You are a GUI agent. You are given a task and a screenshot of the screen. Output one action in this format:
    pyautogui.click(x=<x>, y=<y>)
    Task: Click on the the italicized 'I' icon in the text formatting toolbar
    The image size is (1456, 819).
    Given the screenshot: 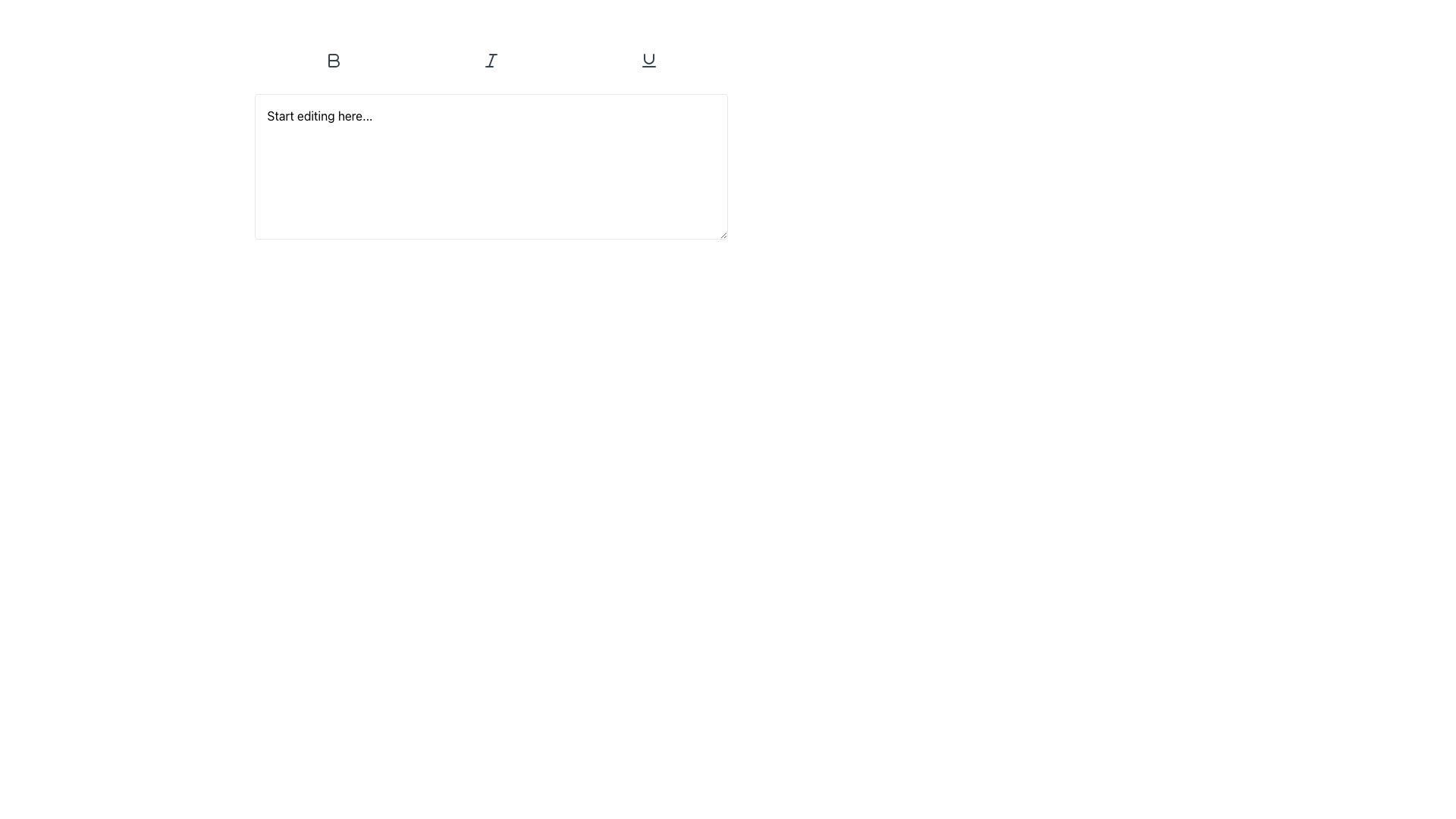 What is the action you would take?
    pyautogui.click(x=491, y=60)
    